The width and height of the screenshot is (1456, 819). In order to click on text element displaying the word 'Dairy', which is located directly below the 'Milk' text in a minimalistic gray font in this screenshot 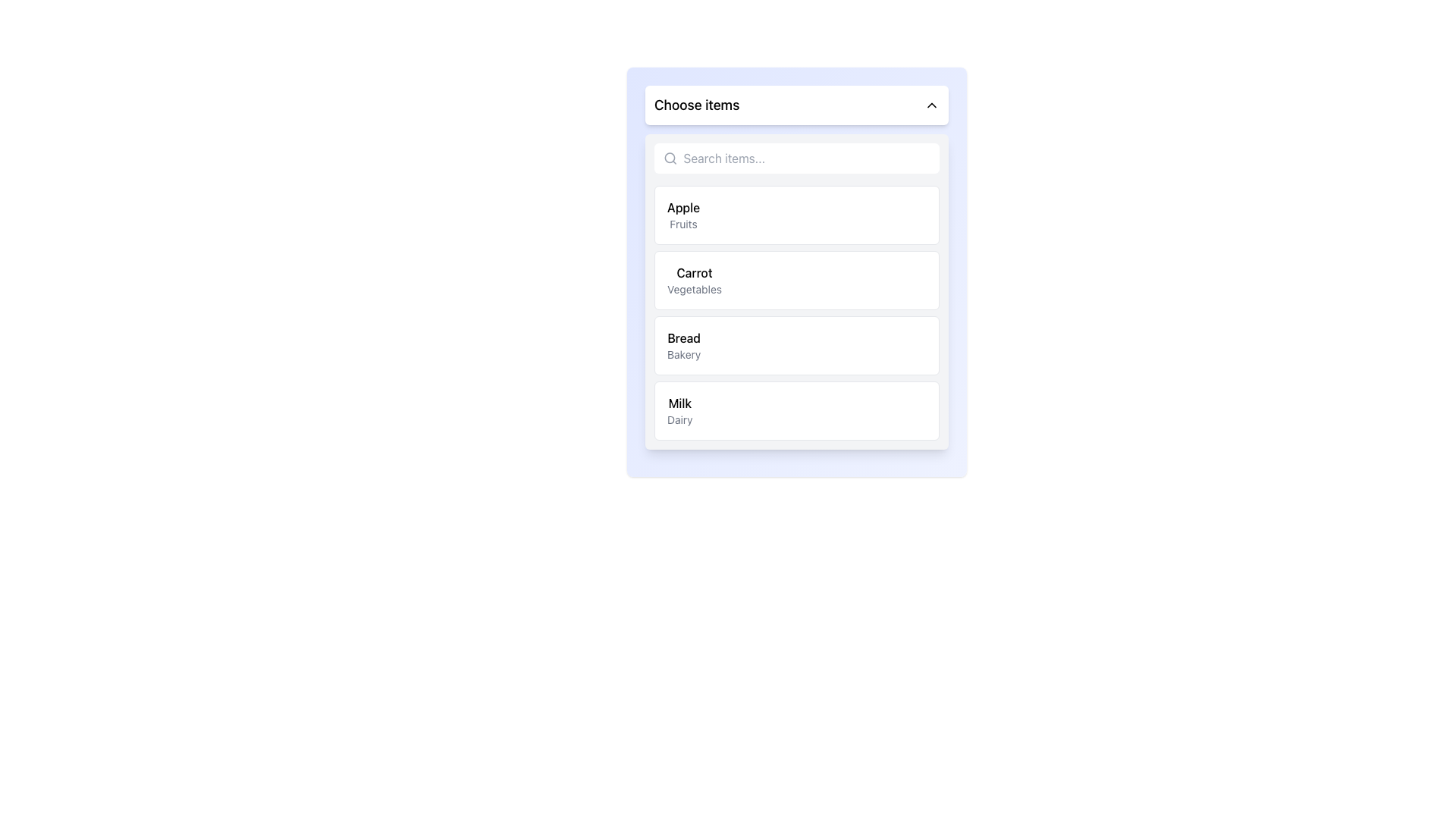, I will do `click(679, 420)`.